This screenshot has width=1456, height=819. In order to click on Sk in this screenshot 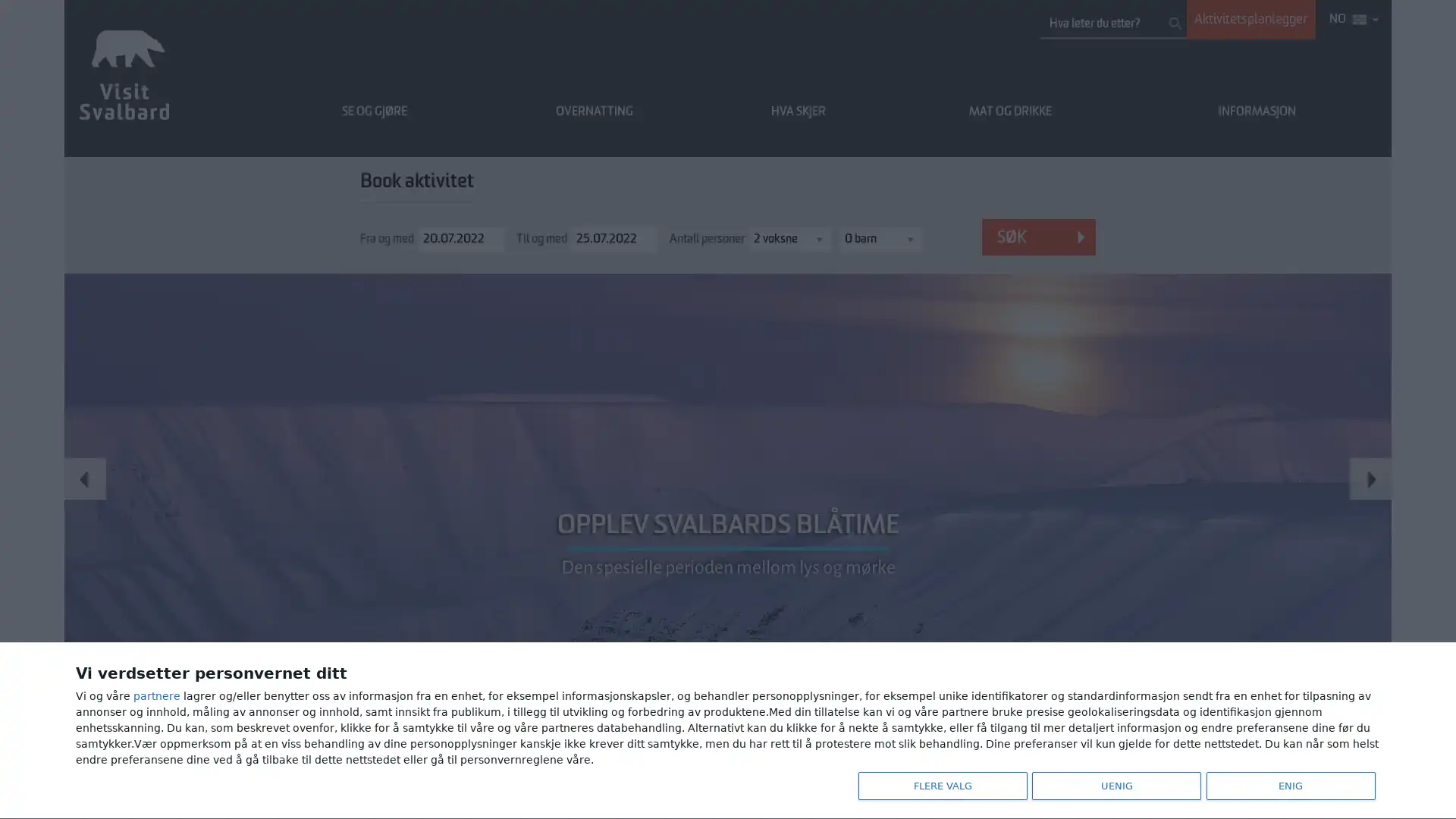, I will do `click(1037, 237)`.